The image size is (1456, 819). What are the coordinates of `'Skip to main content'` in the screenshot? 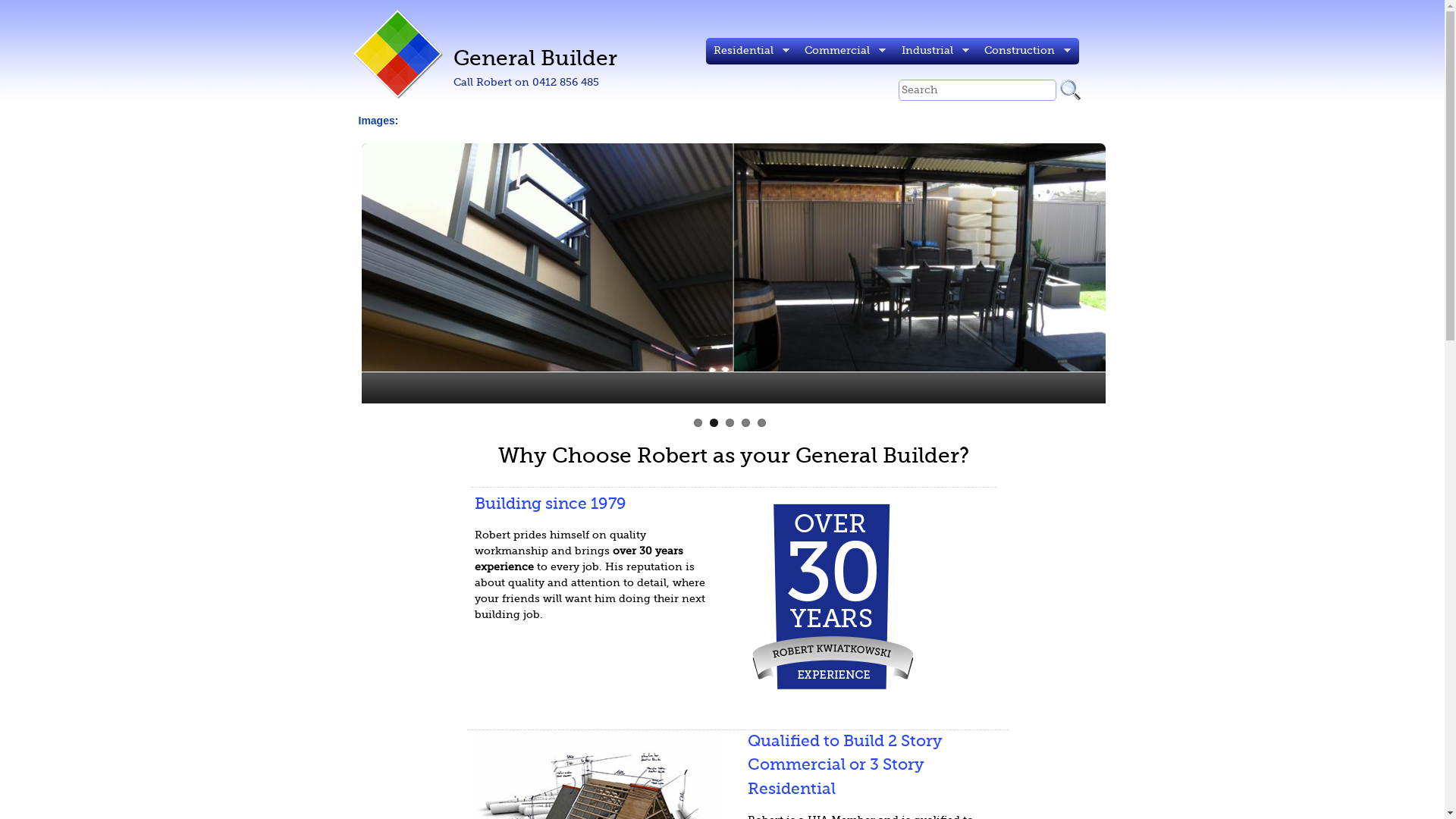 It's located at (658, 0).